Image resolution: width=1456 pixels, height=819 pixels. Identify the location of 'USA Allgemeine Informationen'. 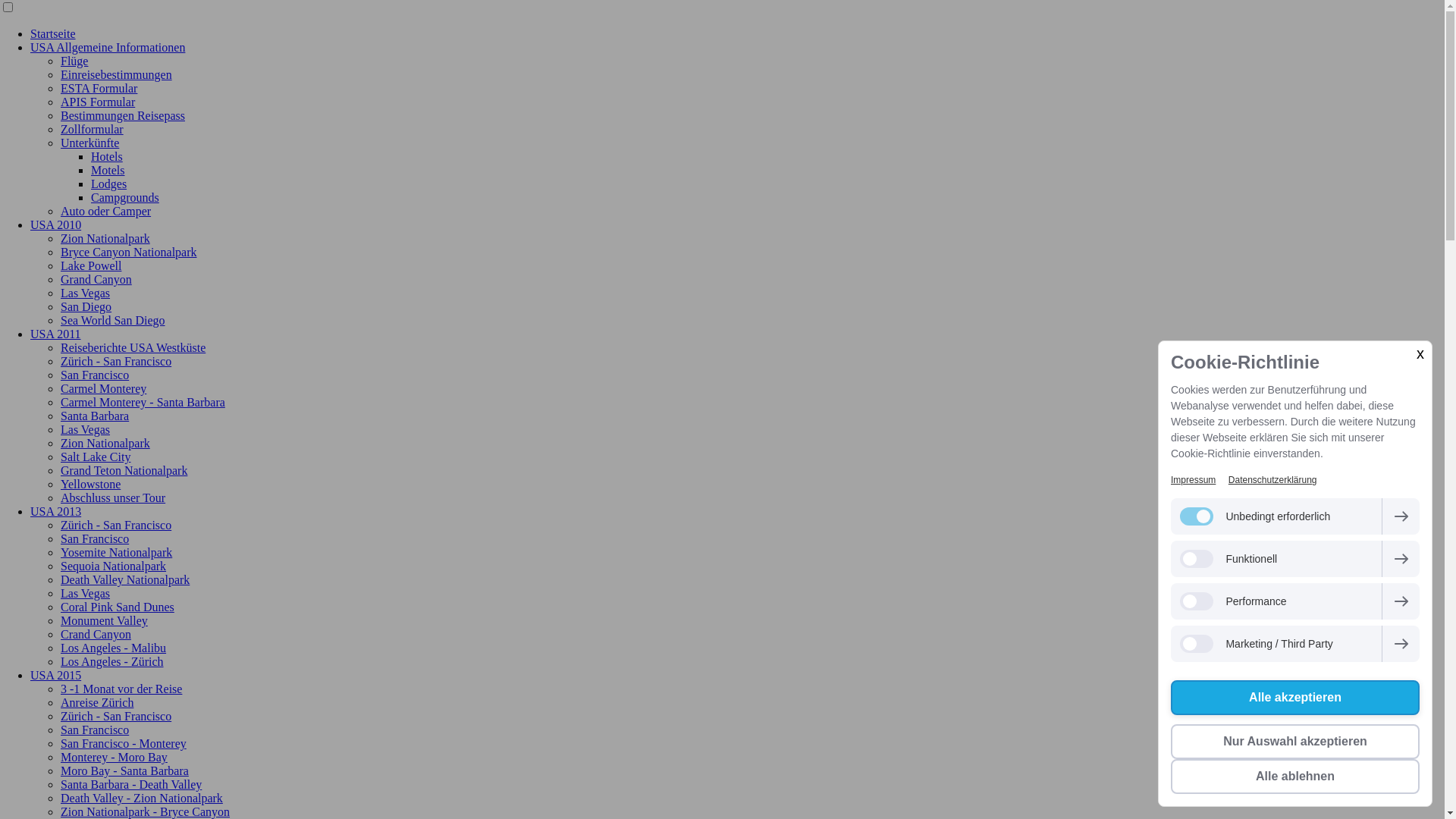
(30, 46).